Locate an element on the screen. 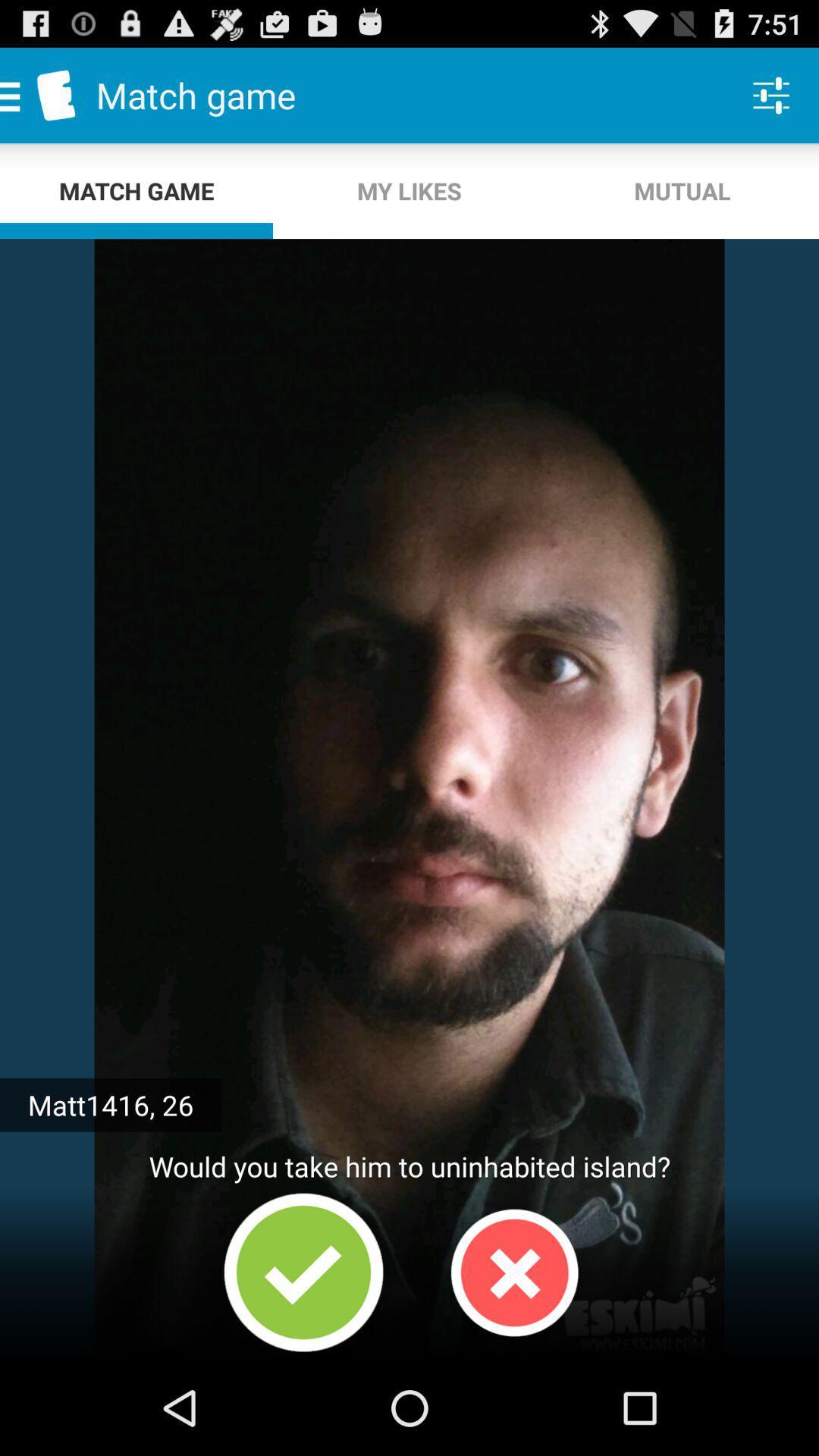 This screenshot has width=819, height=1456. the icon below match game item is located at coordinates (409, 190).